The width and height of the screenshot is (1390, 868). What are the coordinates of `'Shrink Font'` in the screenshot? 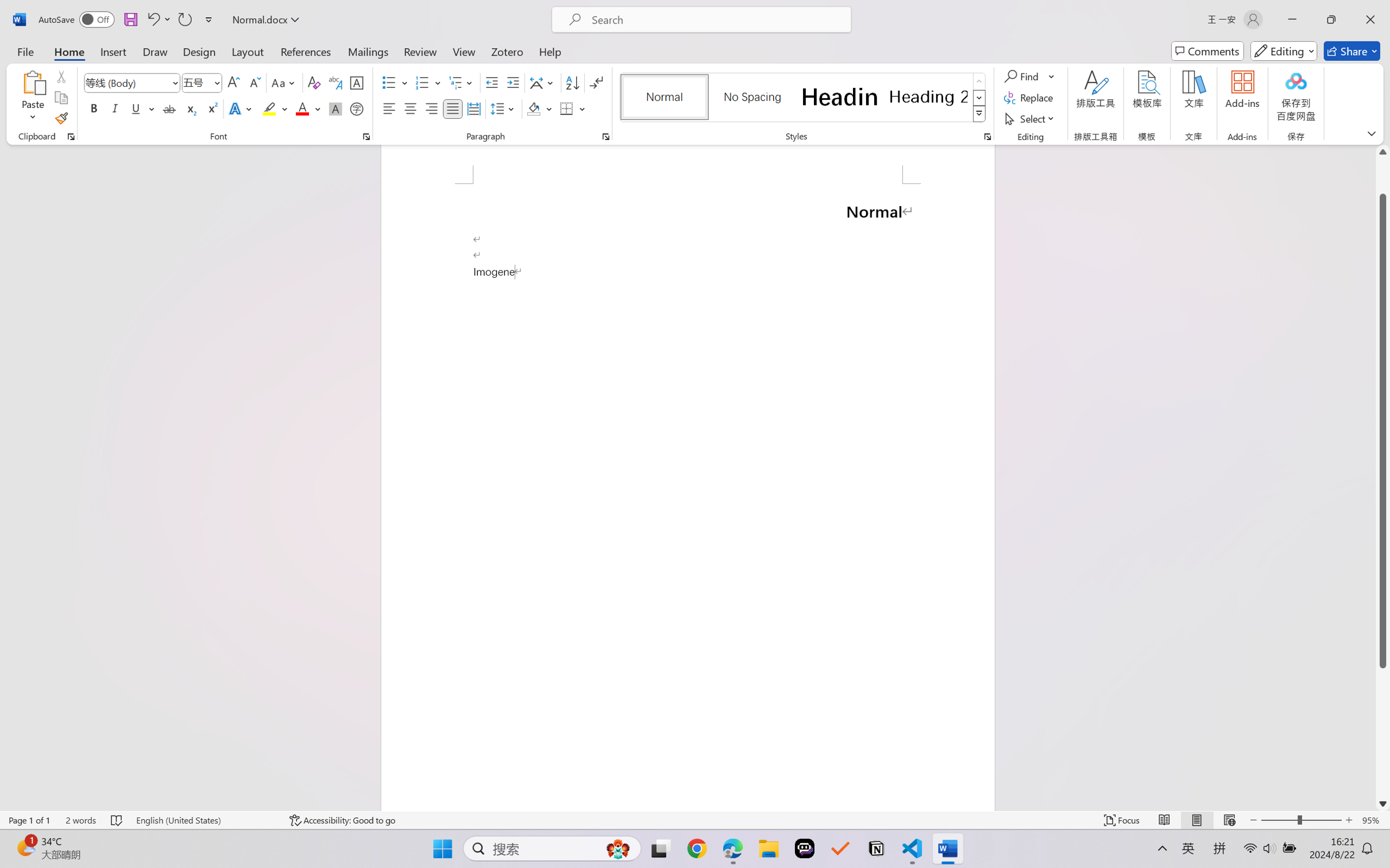 It's located at (253, 83).